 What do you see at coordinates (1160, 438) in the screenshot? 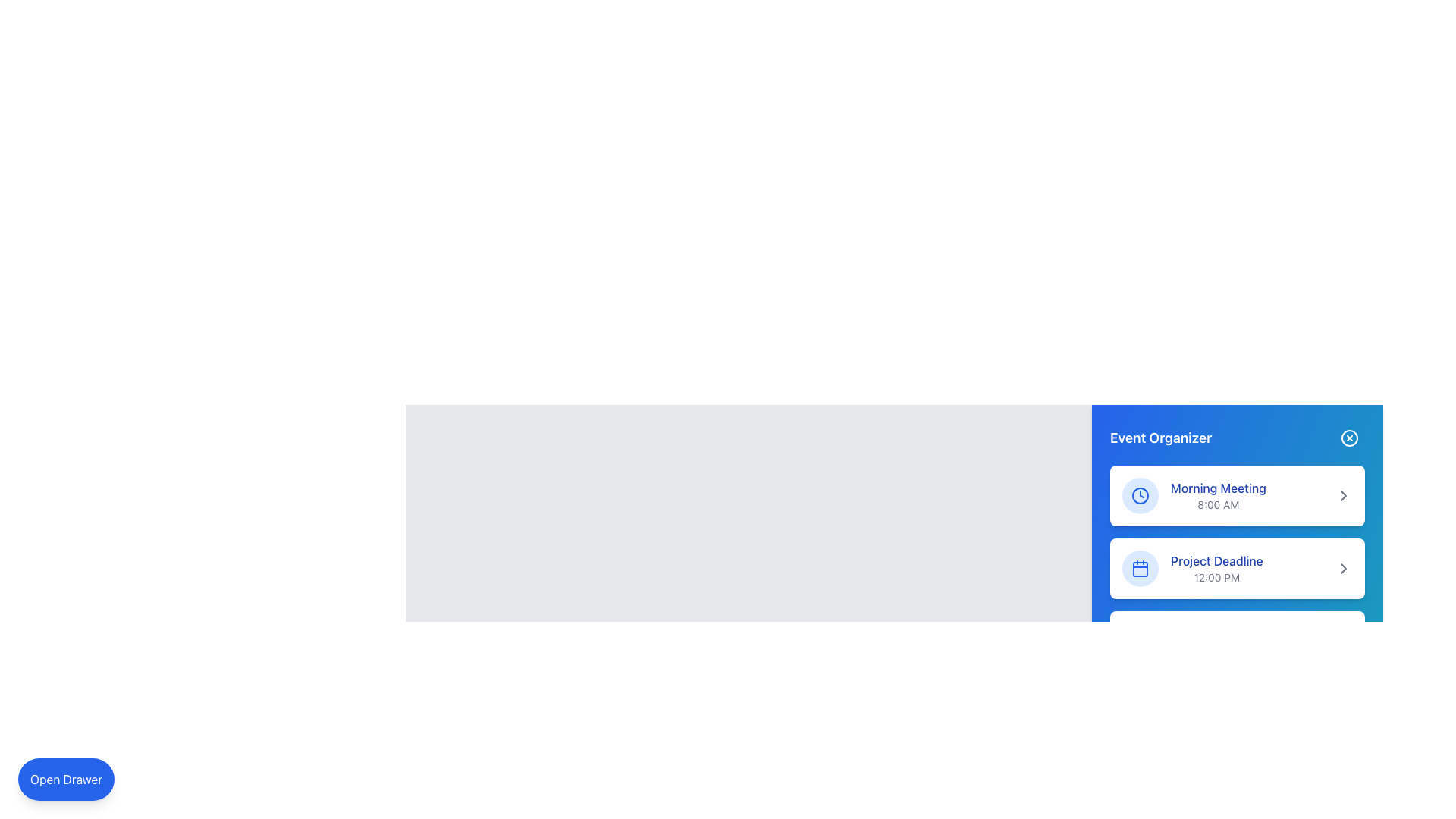
I see `the bold text label displaying 'Event Organizer' located in the top section of the blue sidebar interface` at bounding box center [1160, 438].